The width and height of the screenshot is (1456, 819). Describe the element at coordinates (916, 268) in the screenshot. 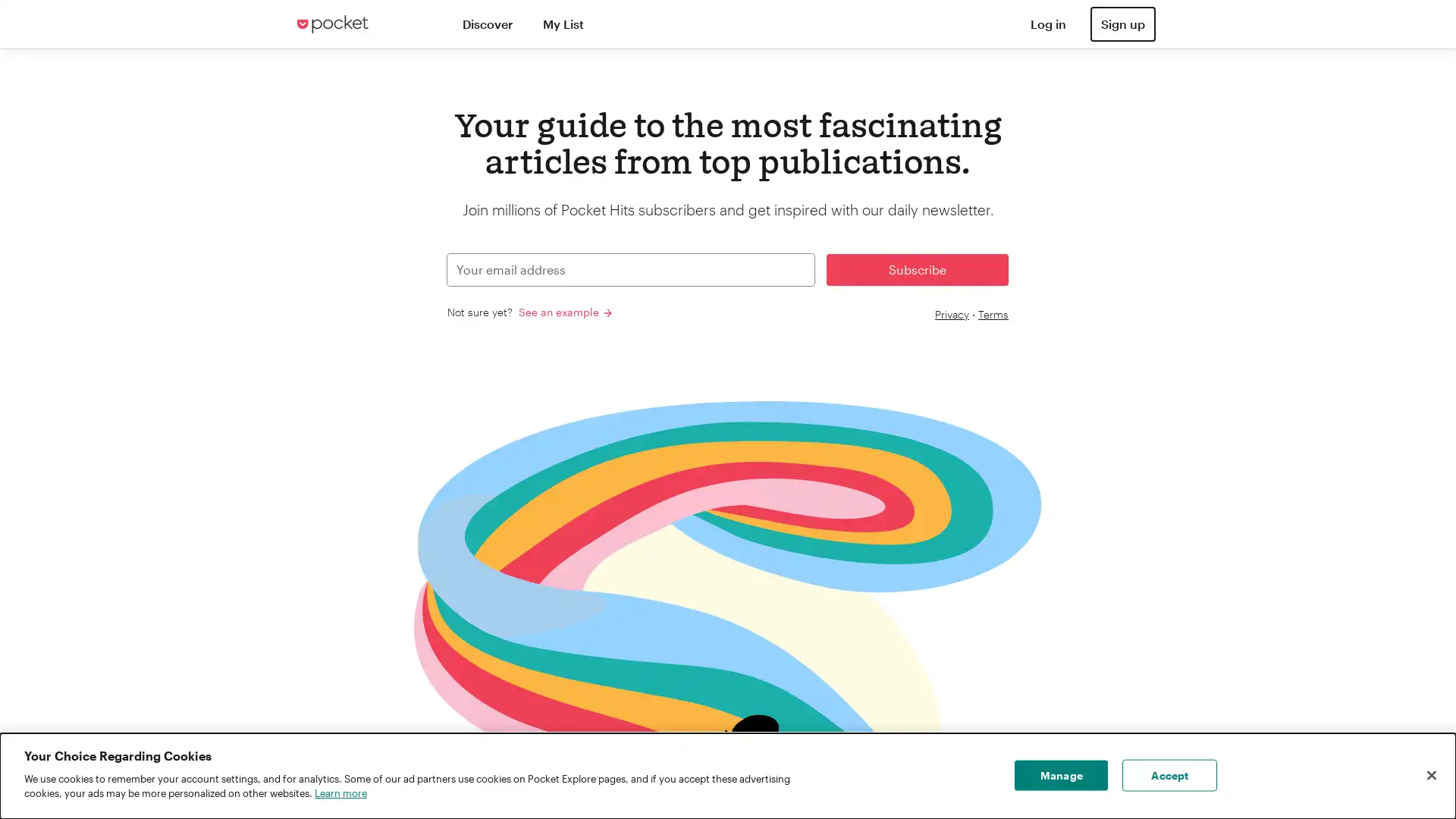

I see `Subscribe` at that location.